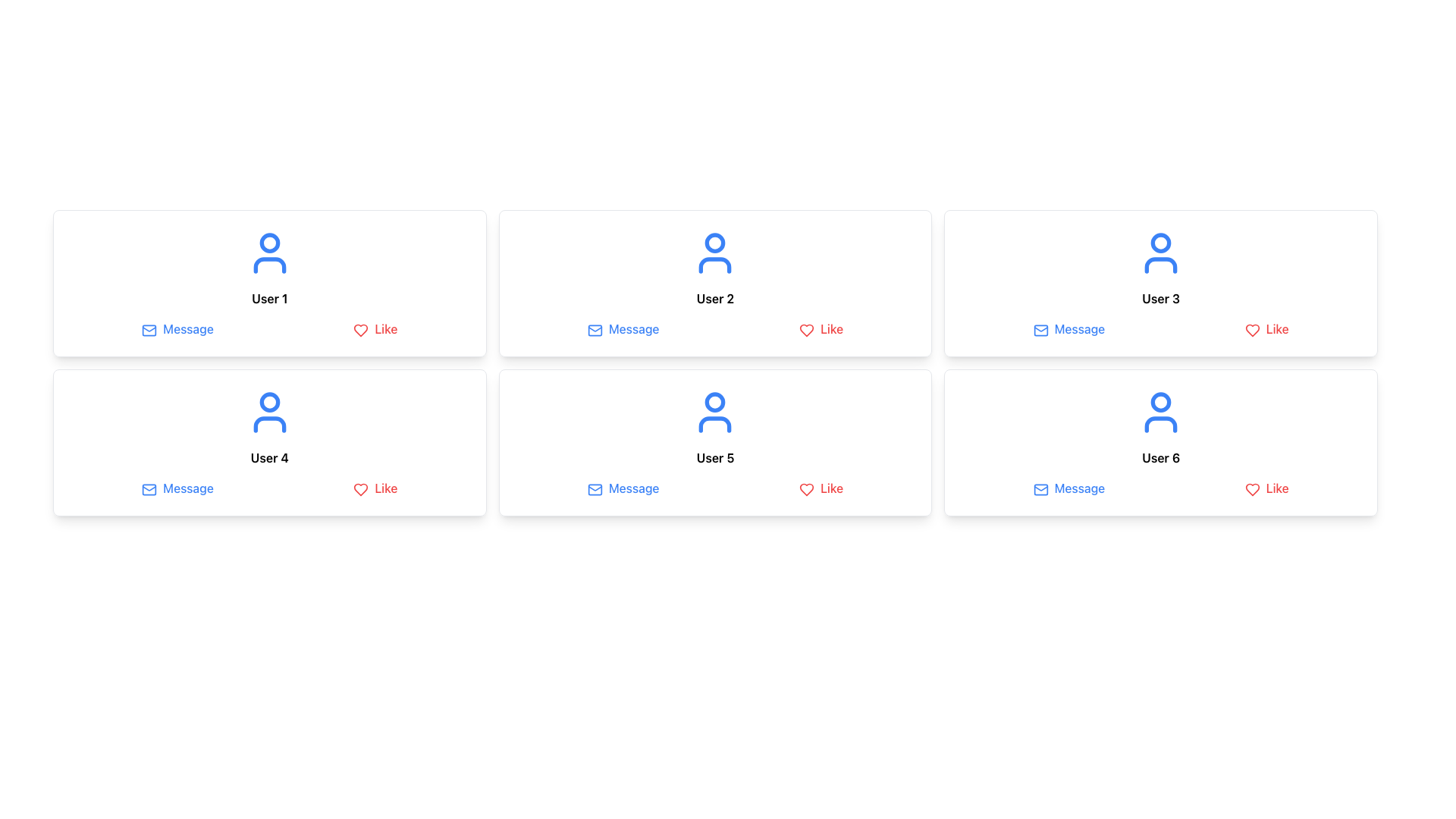 The width and height of the screenshot is (1456, 819). I want to click on the 'Like' button associated with 'User 2' profile located in the second cell of the first row in the grid layout to mark appreciation, so click(821, 328).